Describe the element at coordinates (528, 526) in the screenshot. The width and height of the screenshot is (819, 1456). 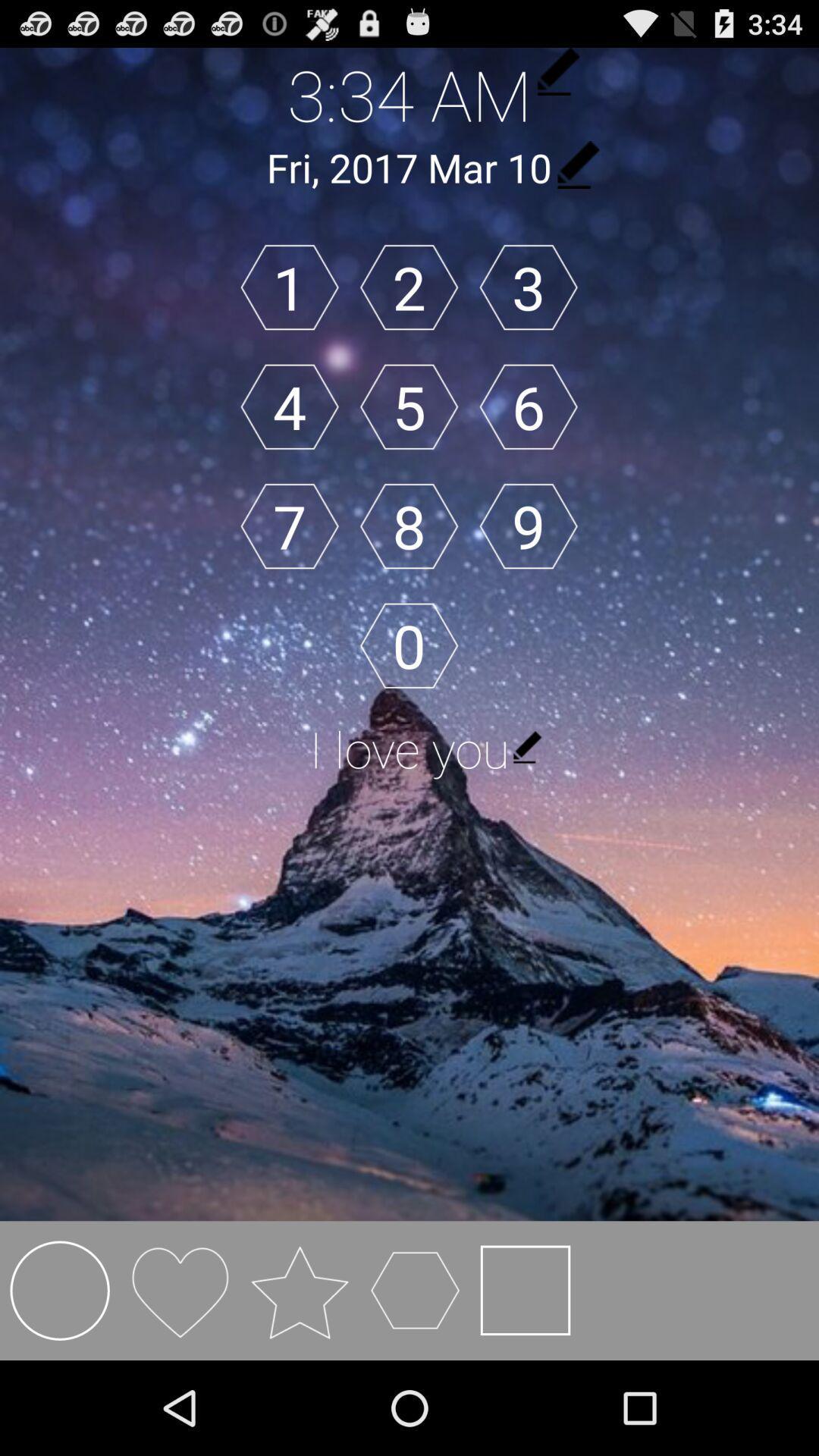
I see `button to the right of the 8 button` at that location.